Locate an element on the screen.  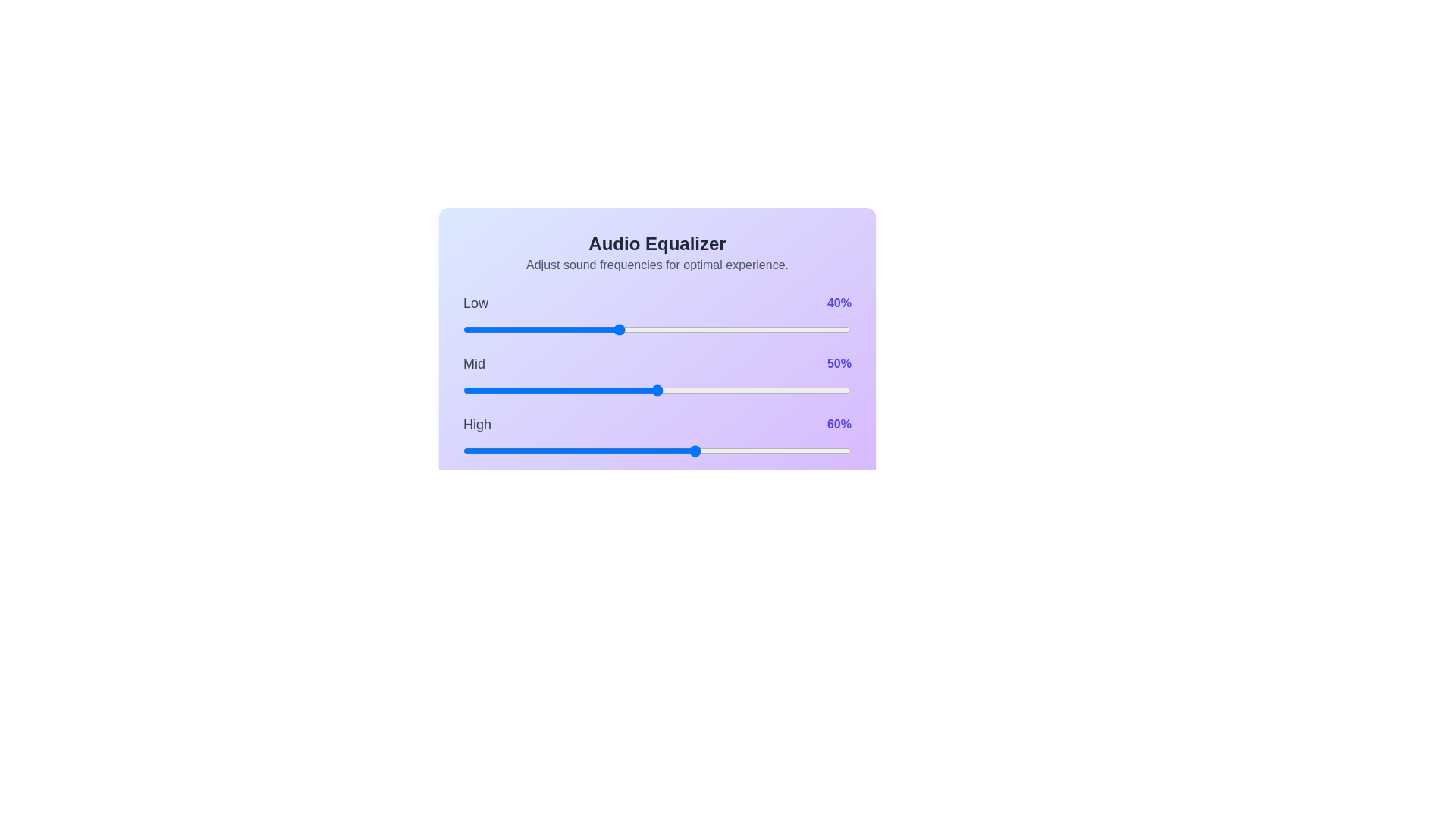
the low frequency slider to 43% is located at coordinates (630, 329).